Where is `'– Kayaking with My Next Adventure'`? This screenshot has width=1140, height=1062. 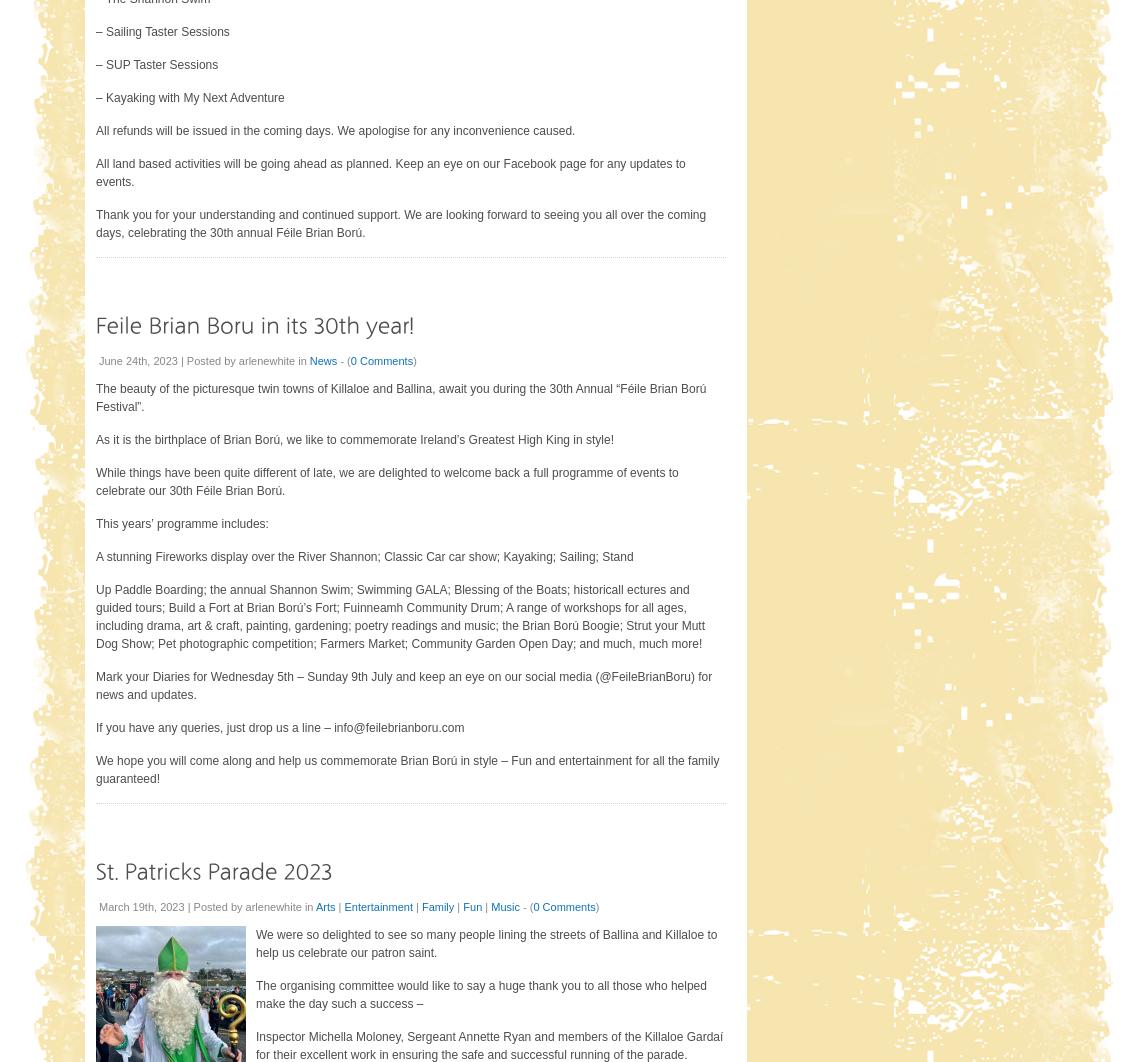
'– Kayaking with My Next Adventure' is located at coordinates (190, 98).